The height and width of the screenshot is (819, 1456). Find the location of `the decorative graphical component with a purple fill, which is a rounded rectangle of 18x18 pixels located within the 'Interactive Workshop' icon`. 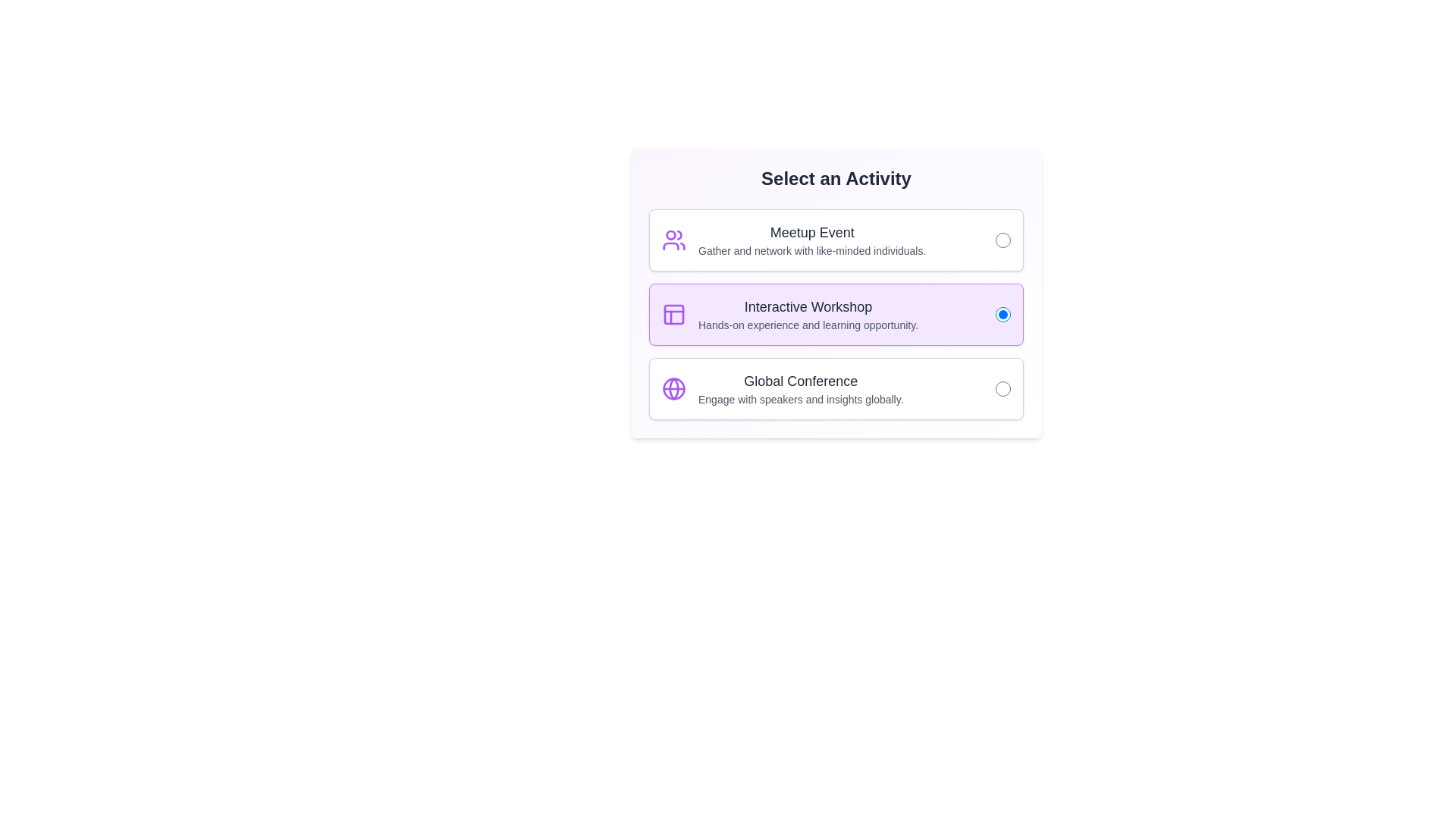

the decorative graphical component with a purple fill, which is a rounded rectangle of 18x18 pixels located within the 'Interactive Workshop' icon is located at coordinates (673, 314).